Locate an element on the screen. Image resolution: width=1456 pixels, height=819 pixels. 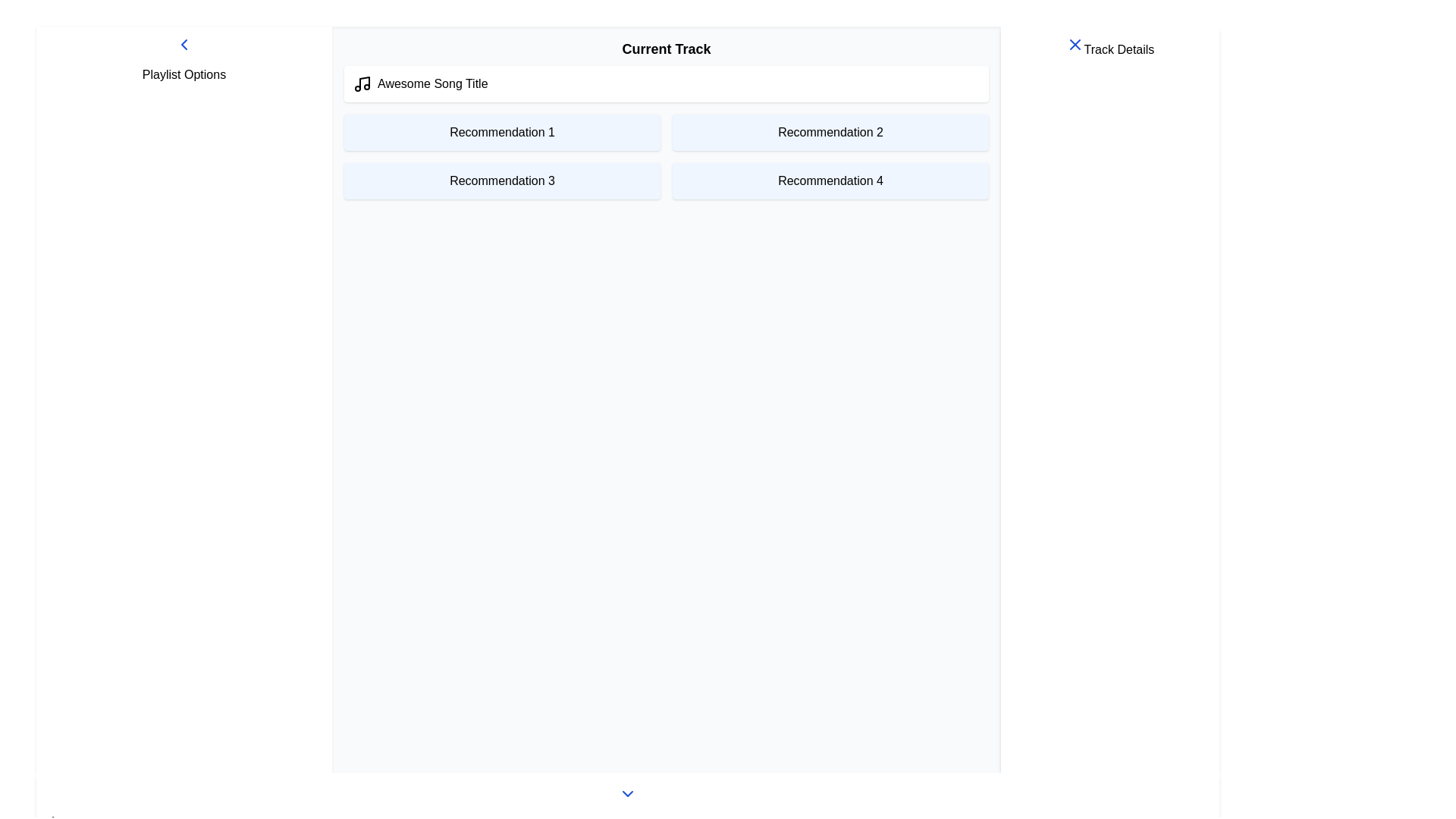
the blue 'X' icon button located at the top-right corner of the 'Track Details' card is located at coordinates (1074, 43).